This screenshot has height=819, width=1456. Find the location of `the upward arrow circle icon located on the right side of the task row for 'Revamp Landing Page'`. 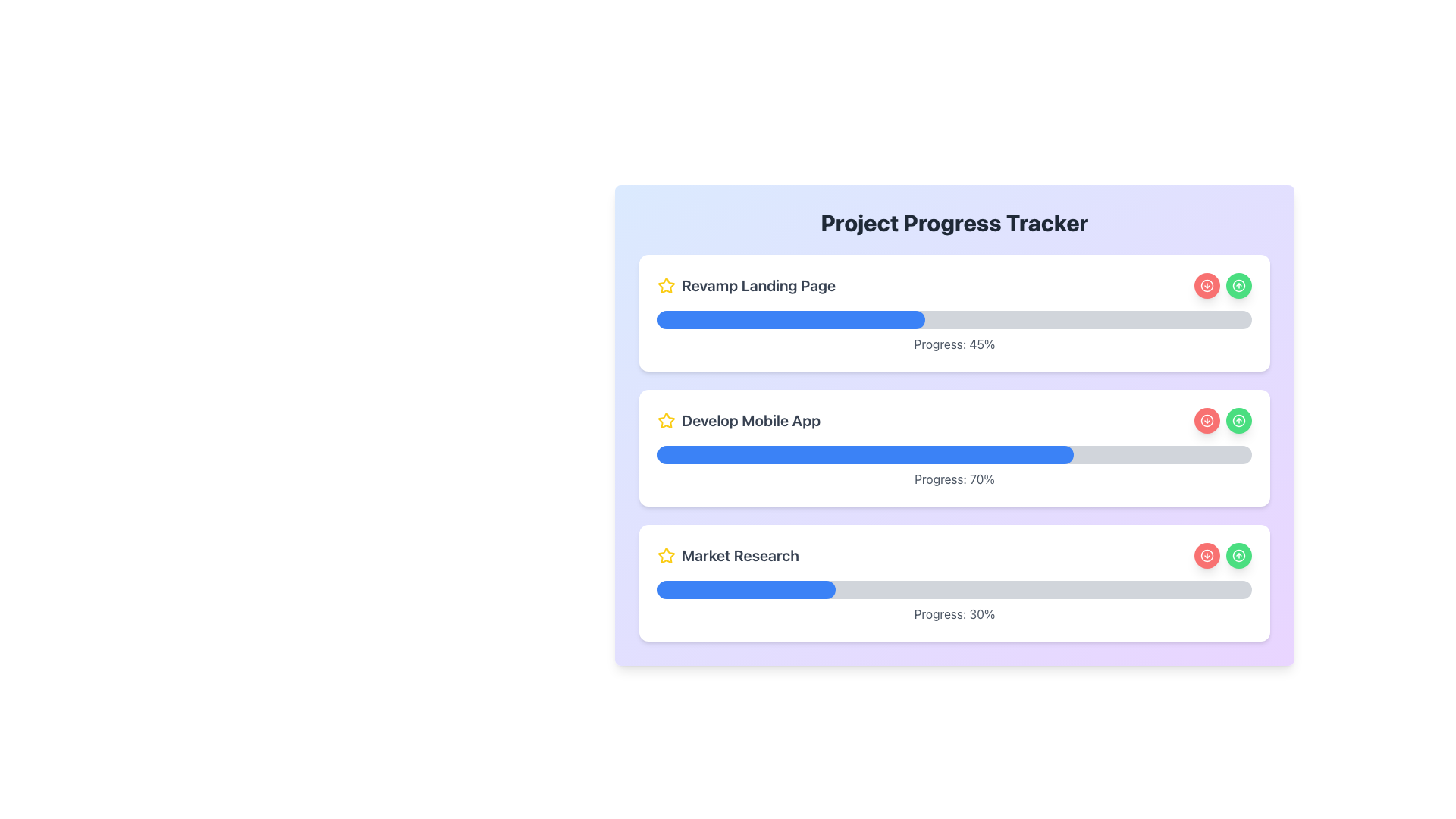

the upward arrow circle icon located on the right side of the task row for 'Revamp Landing Page' is located at coordinates (1238, 286).